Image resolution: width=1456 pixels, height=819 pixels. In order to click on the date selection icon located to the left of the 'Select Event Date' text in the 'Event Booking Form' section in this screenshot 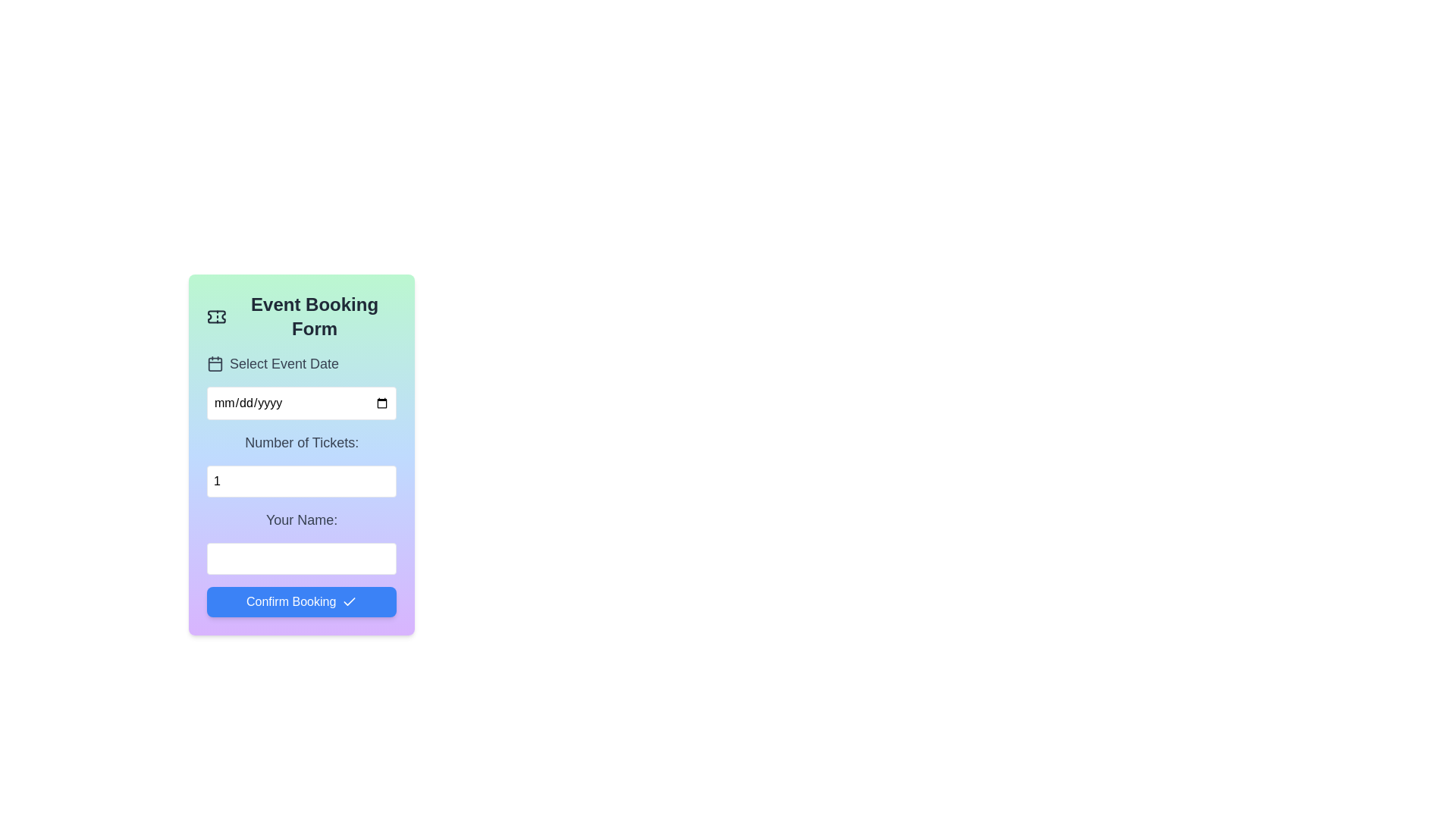, I will do `click(214, 363)`.